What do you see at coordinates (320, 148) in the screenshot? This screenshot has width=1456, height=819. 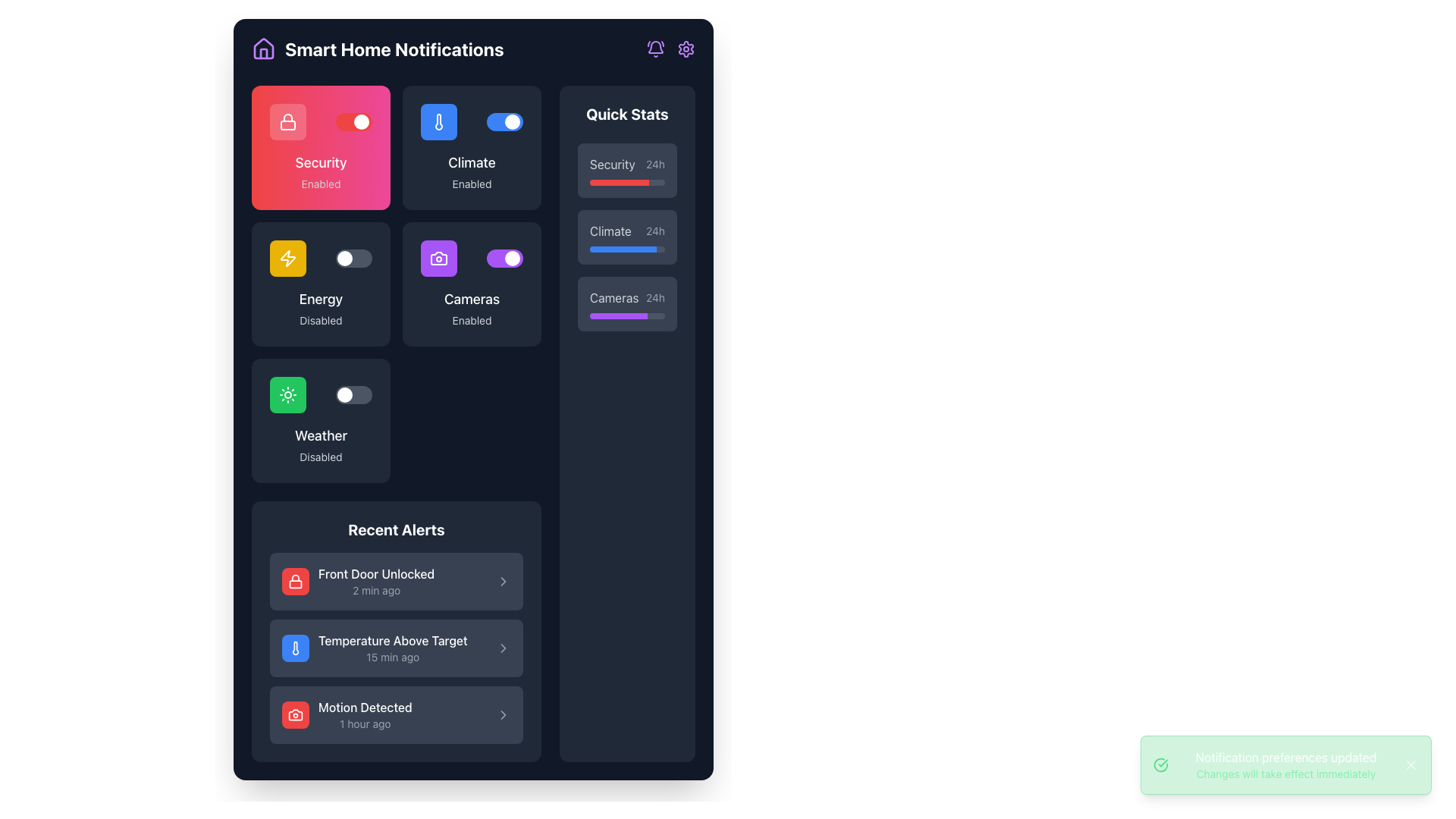 I see `the interactive security status card with a toggle switch located in the top-left corner of the grid layout to interact with its elements` at bounding box center [320, 148].